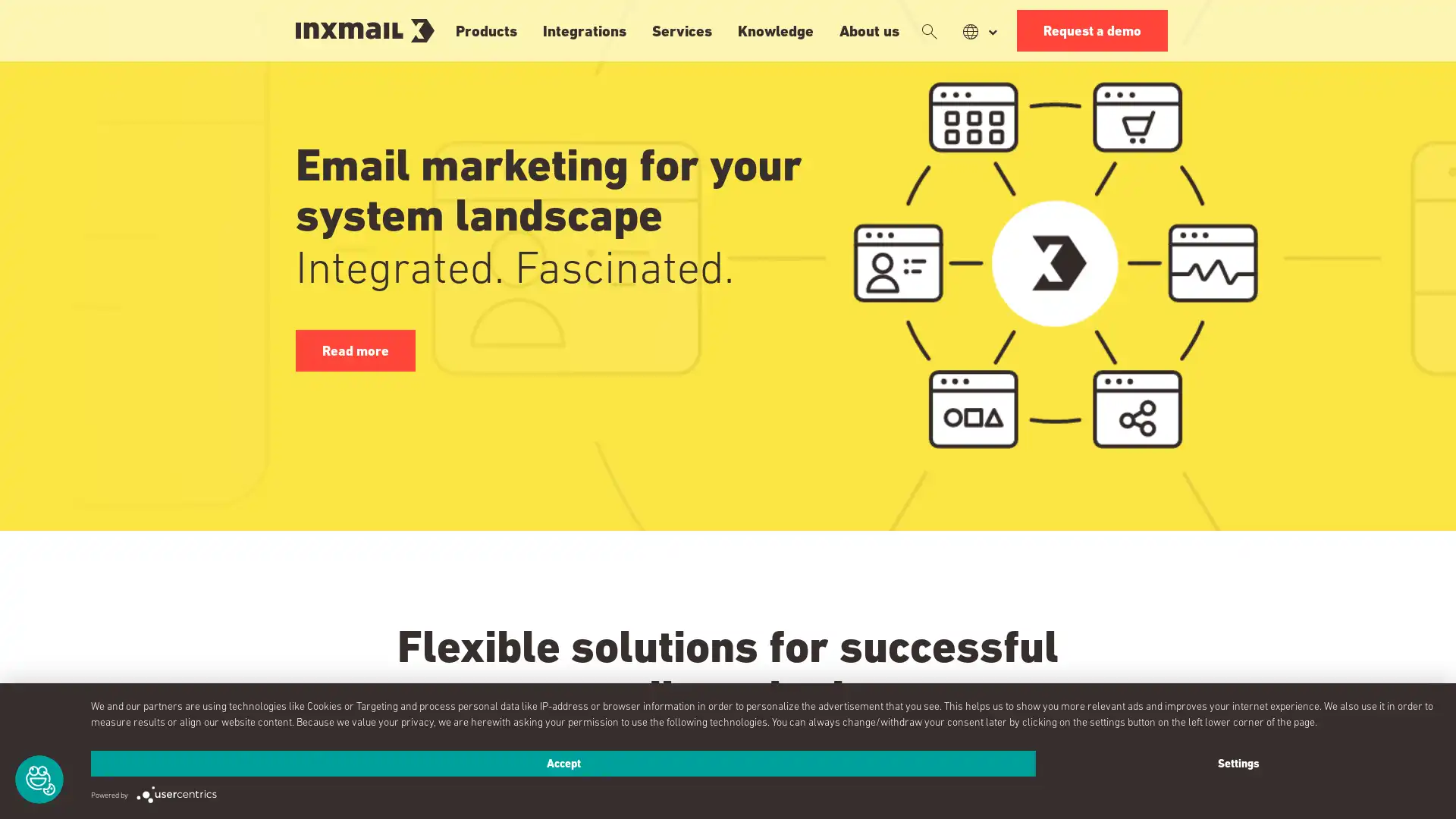  Describe the element at coordinates (1238, 763) in the screenshot. I see `Settings` at that location.